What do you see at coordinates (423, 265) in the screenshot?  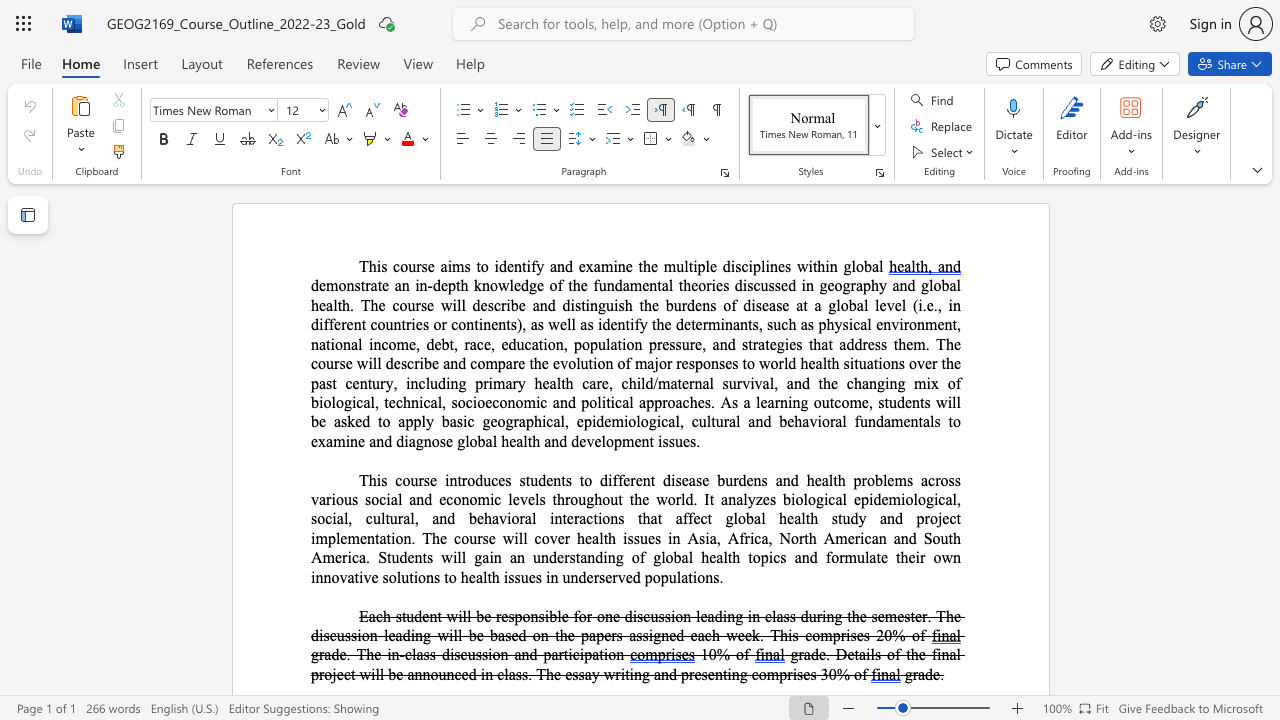 I see `the 2th character "s" in the text` at bounding box center [423, 265].